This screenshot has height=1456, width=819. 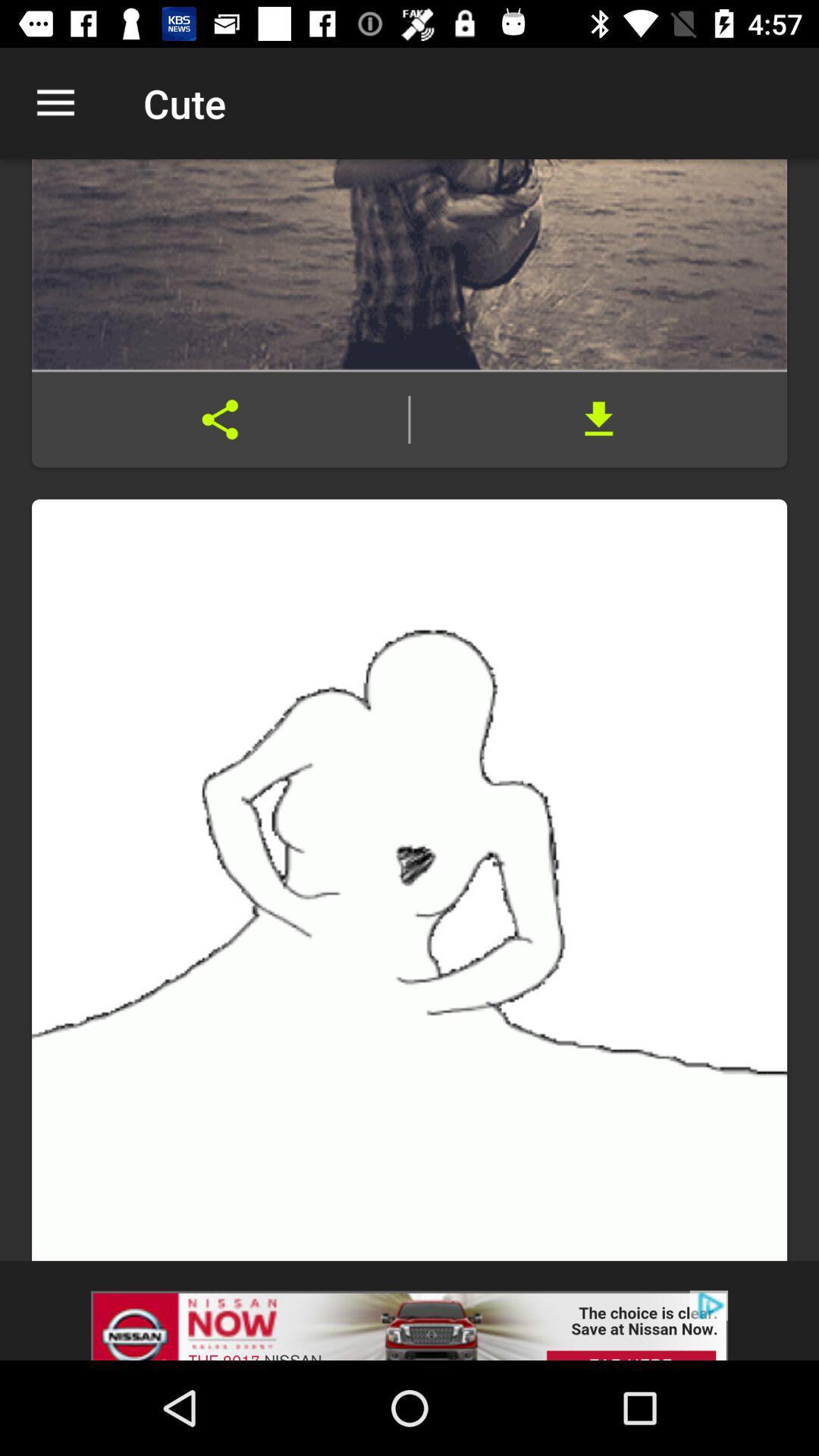 What do you see at coordinates (598, 419) in the screenshot?
I see `download option turned on` at bounding box center [598, 419].